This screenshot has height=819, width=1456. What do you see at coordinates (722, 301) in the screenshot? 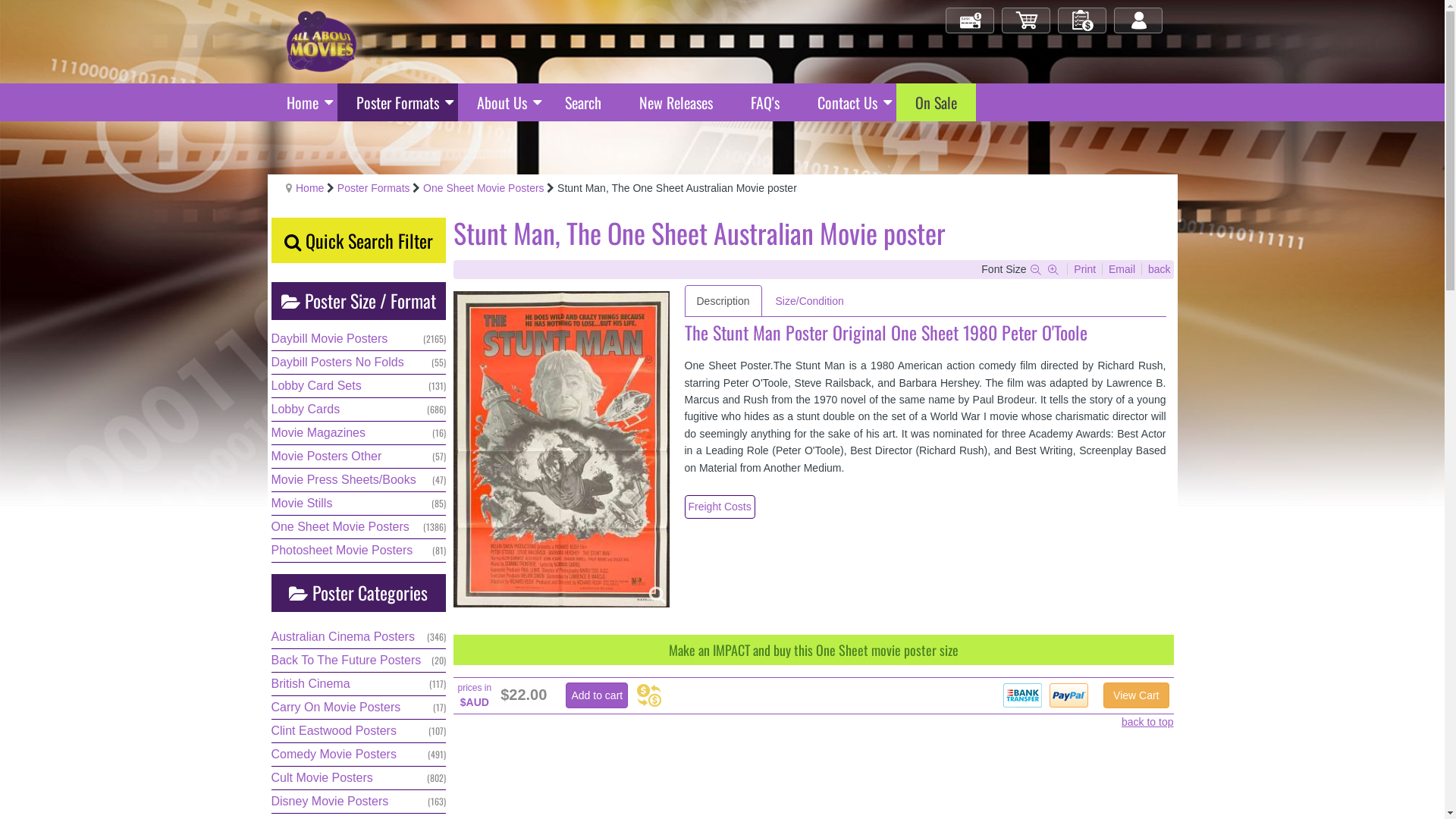
I see `'Description'` at bounding box center [722, 301].